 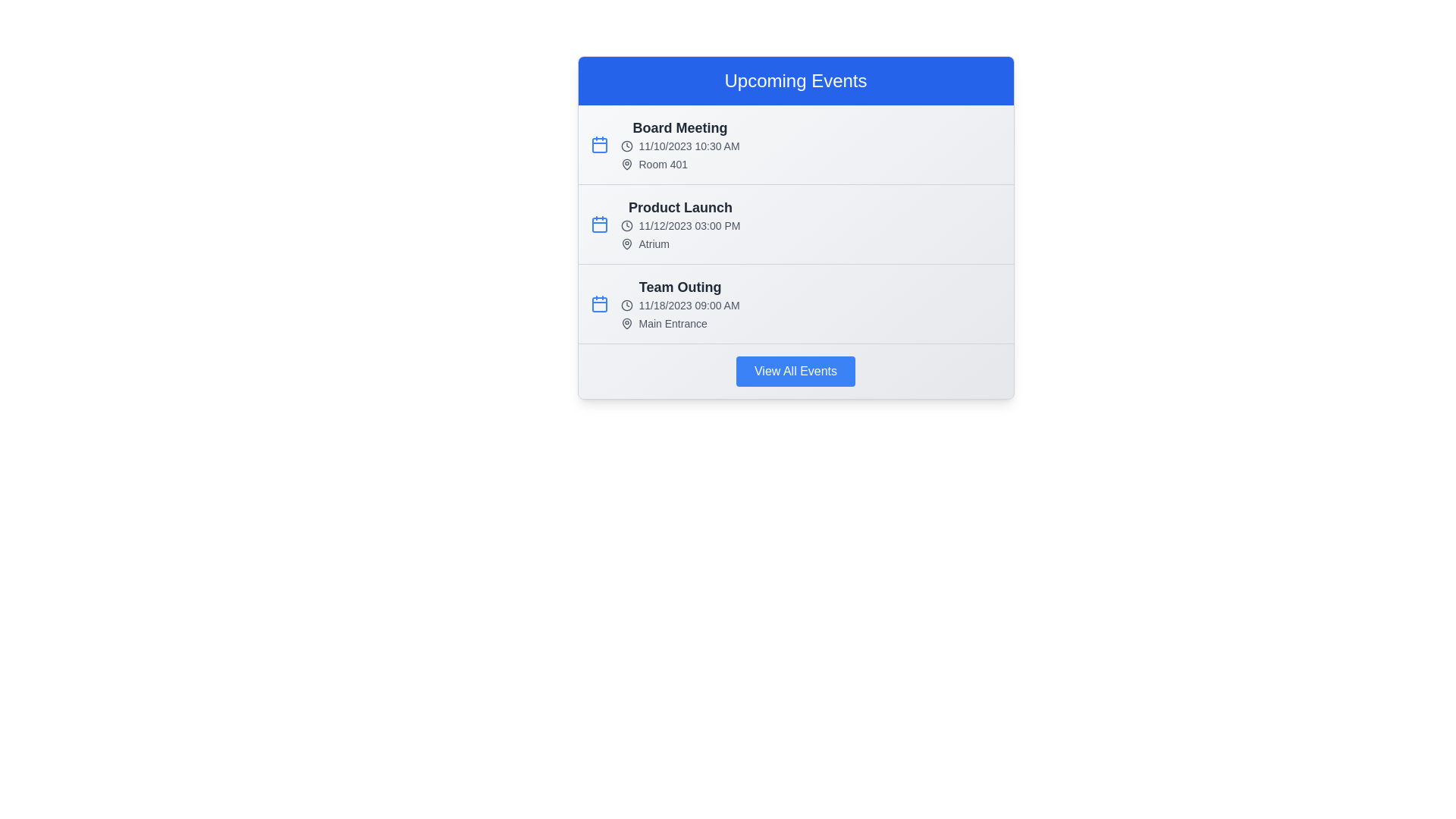 I want to click on text label that displays 'Team Outing', which is styled in bold, large font and dark gray color, located in the third list item of the 'Upcoming Events' section, so click(x=679, y=287).